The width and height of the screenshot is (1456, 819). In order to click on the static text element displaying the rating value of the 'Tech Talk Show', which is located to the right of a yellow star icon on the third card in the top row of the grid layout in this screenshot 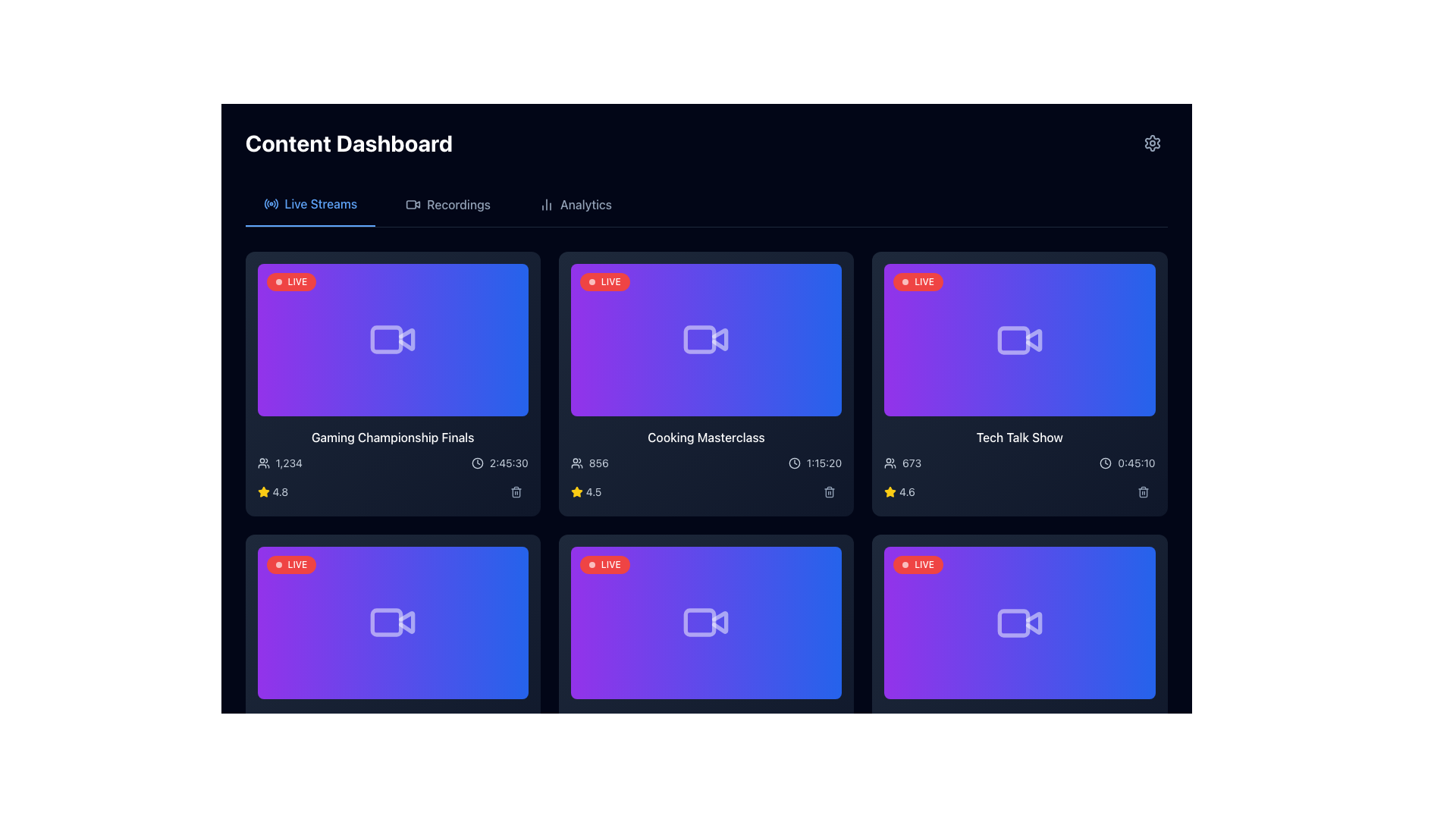, I will do `click(907, 491)`.